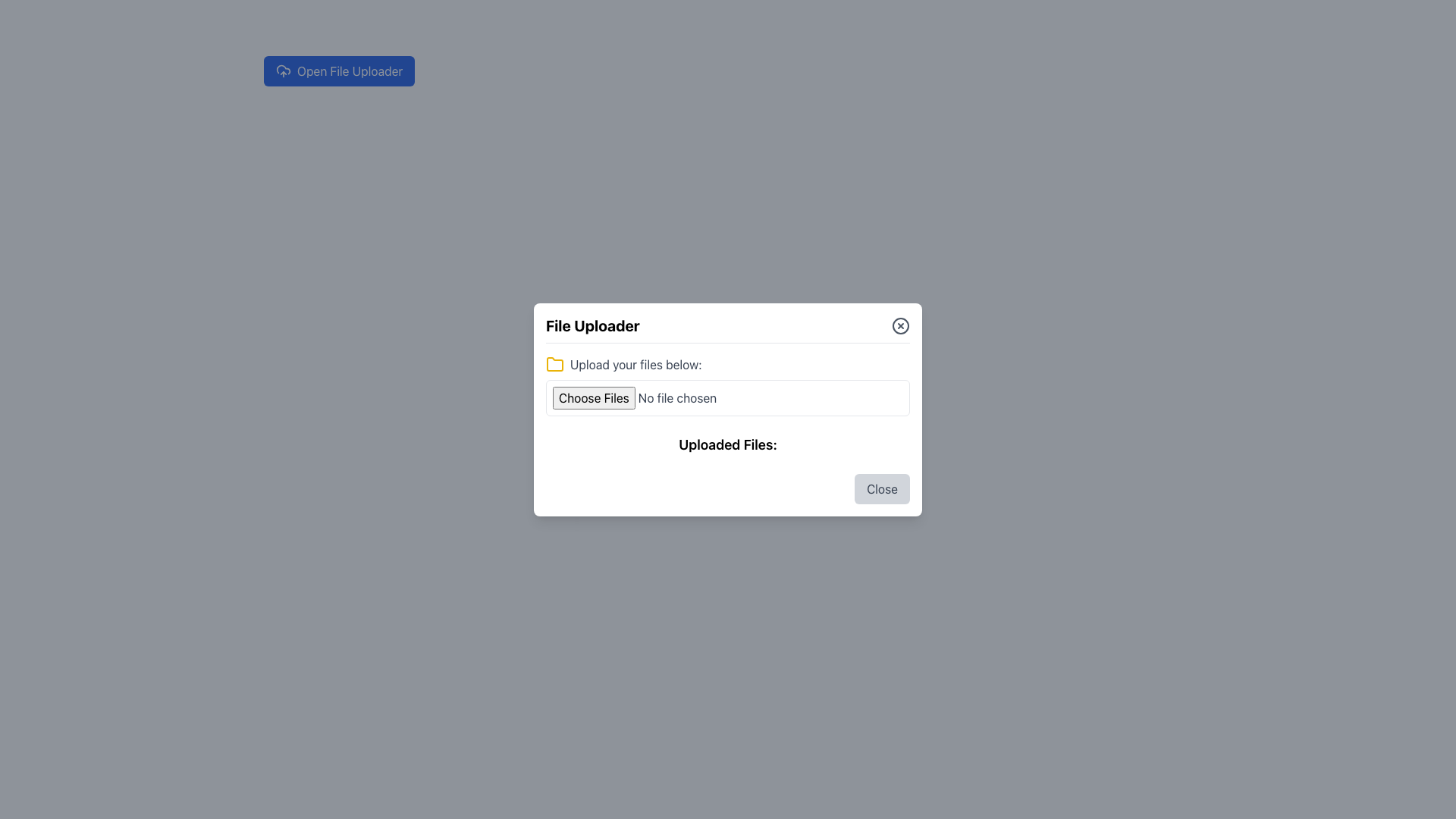 This screenshot has height=819, width=1456. Describe the element at coordinates (882, 488) in the screenshot. I see `the 'Close' button with a light gray background and rounded corners, positioned at the bottom-right corner of the modal dialog` at that location.